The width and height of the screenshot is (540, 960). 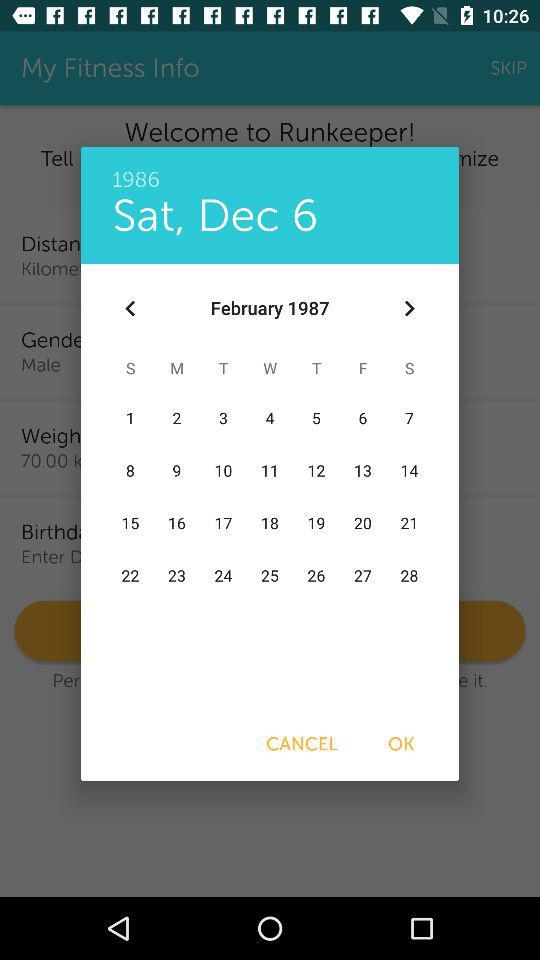 I want to click on item below the 1986 item, so click(x=408, y=308).